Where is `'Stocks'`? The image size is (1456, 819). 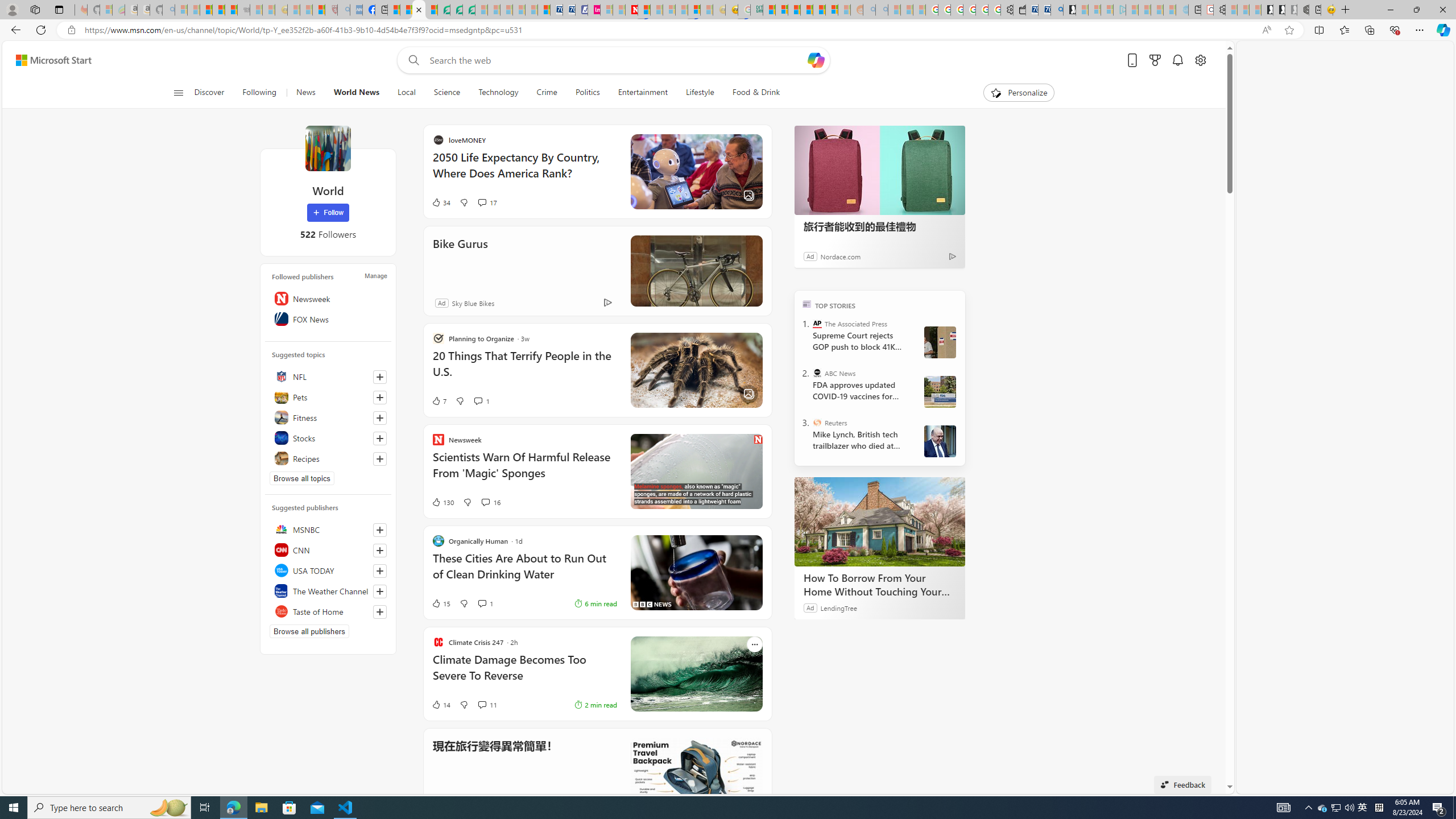
'Stocks' is located at coordinates (327, 437).